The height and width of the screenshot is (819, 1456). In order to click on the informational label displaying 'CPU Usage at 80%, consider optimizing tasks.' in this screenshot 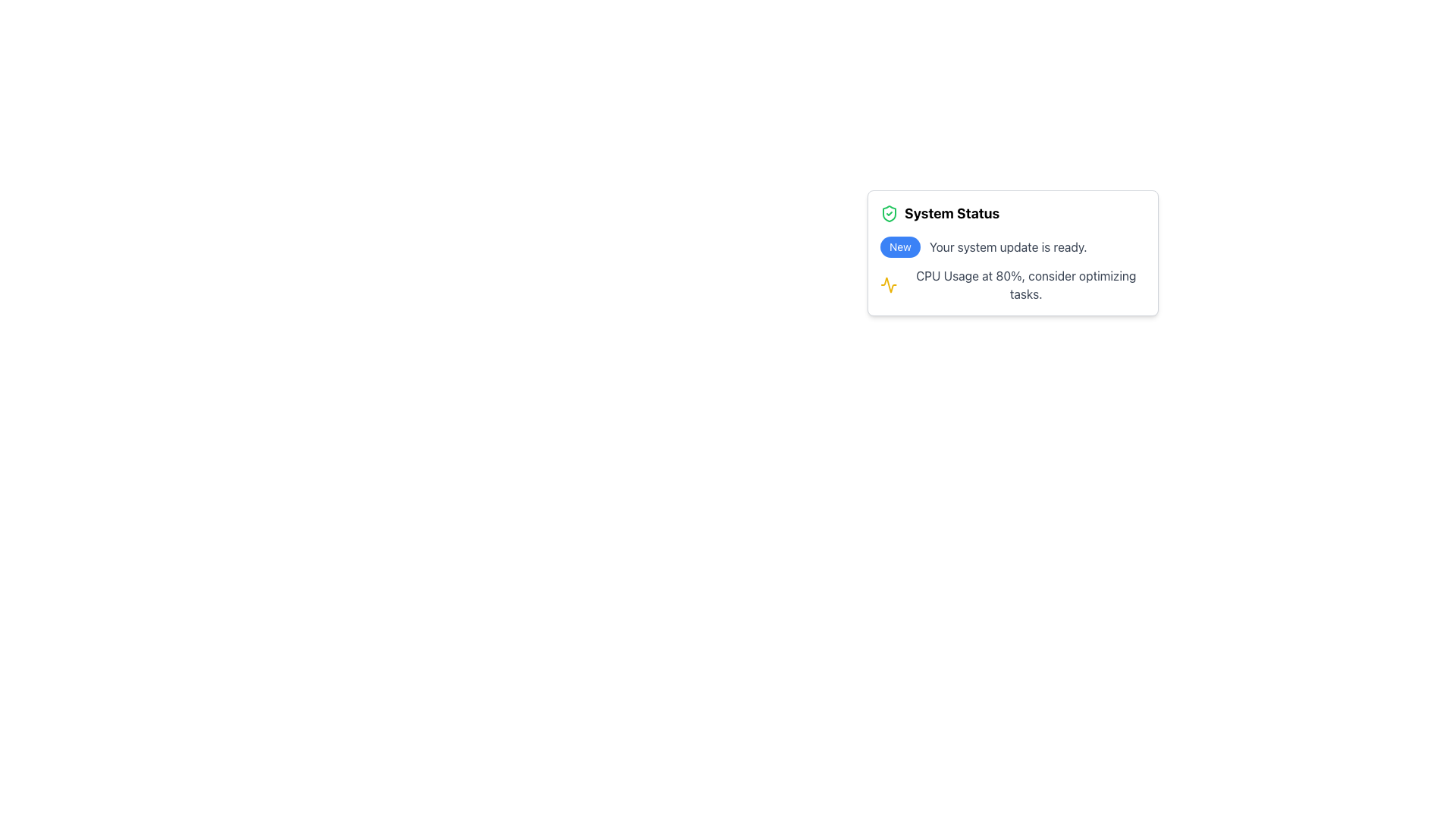, I will do `click(1026, 284)`.